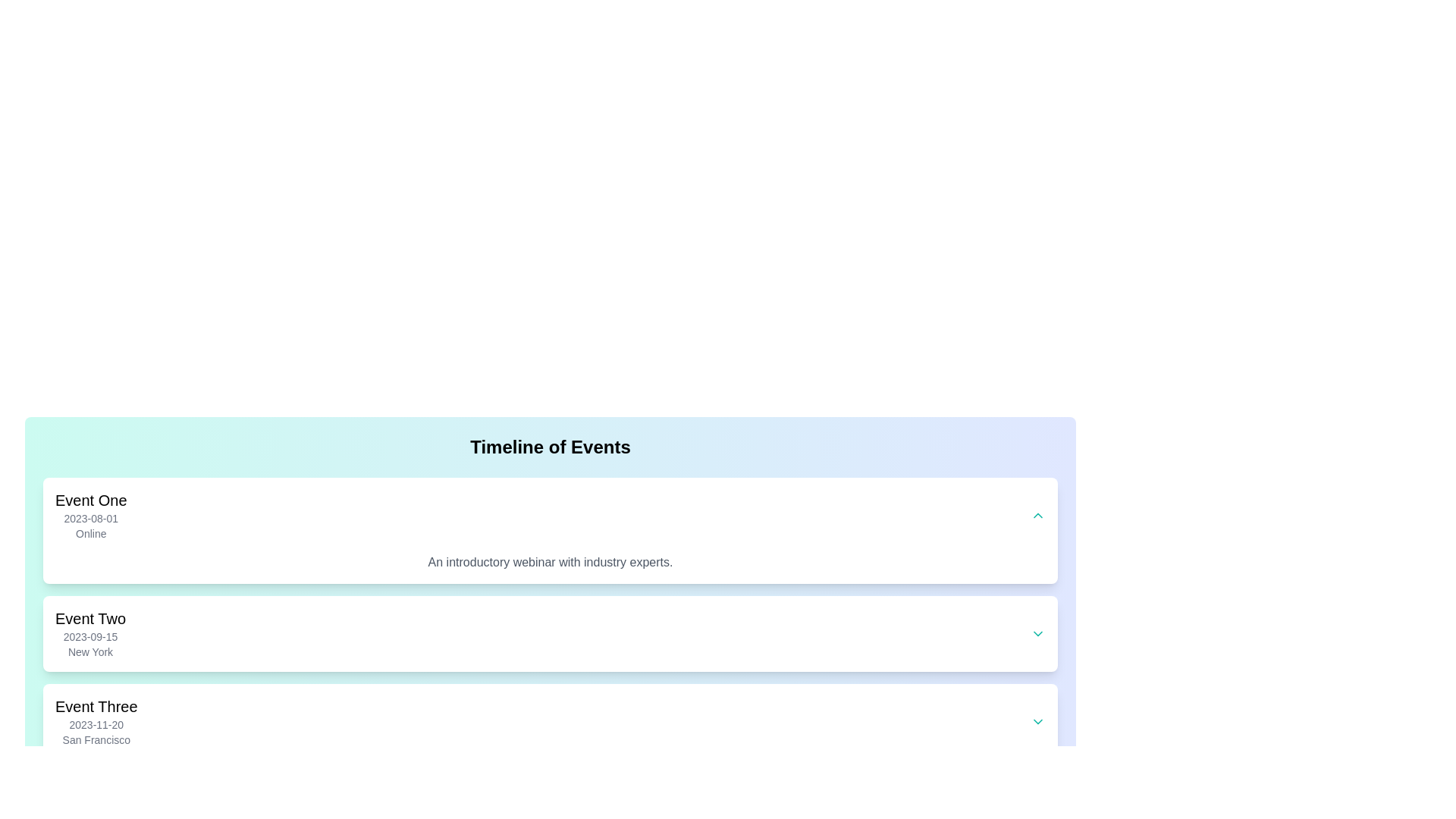  I want to click on the interactive list item titled 'Event Three', so click(549, 721).